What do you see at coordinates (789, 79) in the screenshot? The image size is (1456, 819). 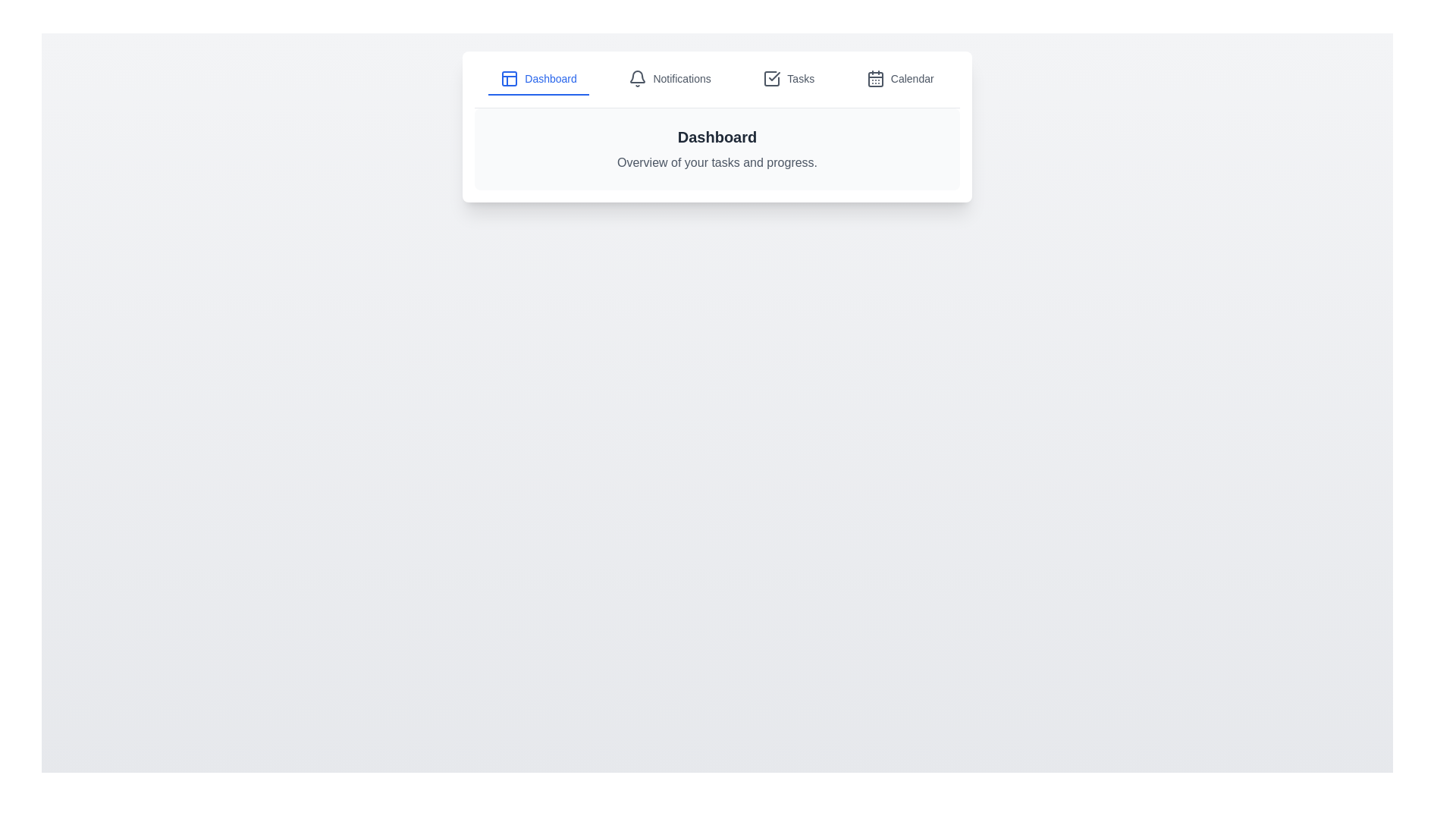 I see `the tab labeled Tasks` at bounding box center [789, 79].